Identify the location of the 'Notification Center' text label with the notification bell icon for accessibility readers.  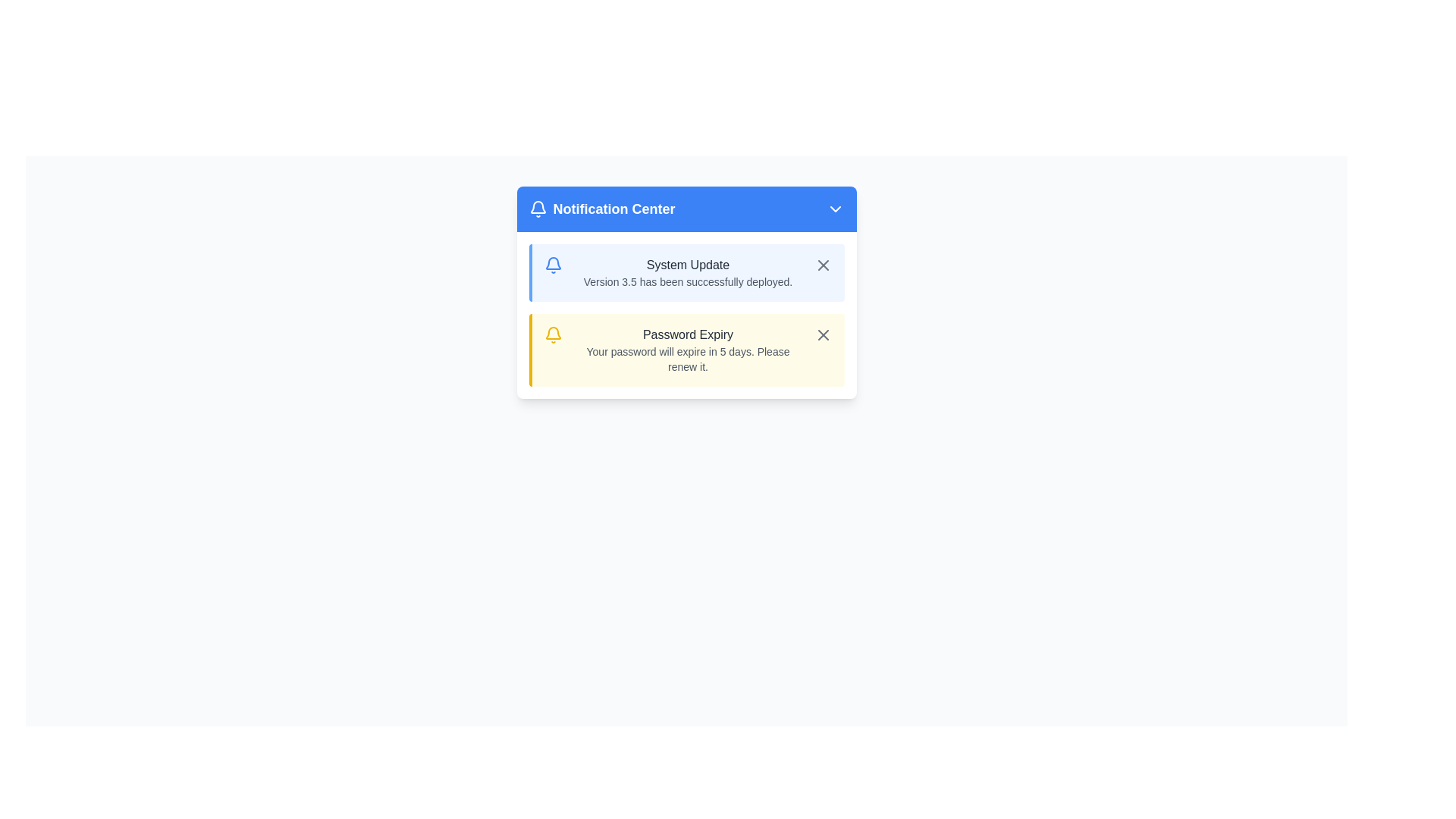
(601, 209).